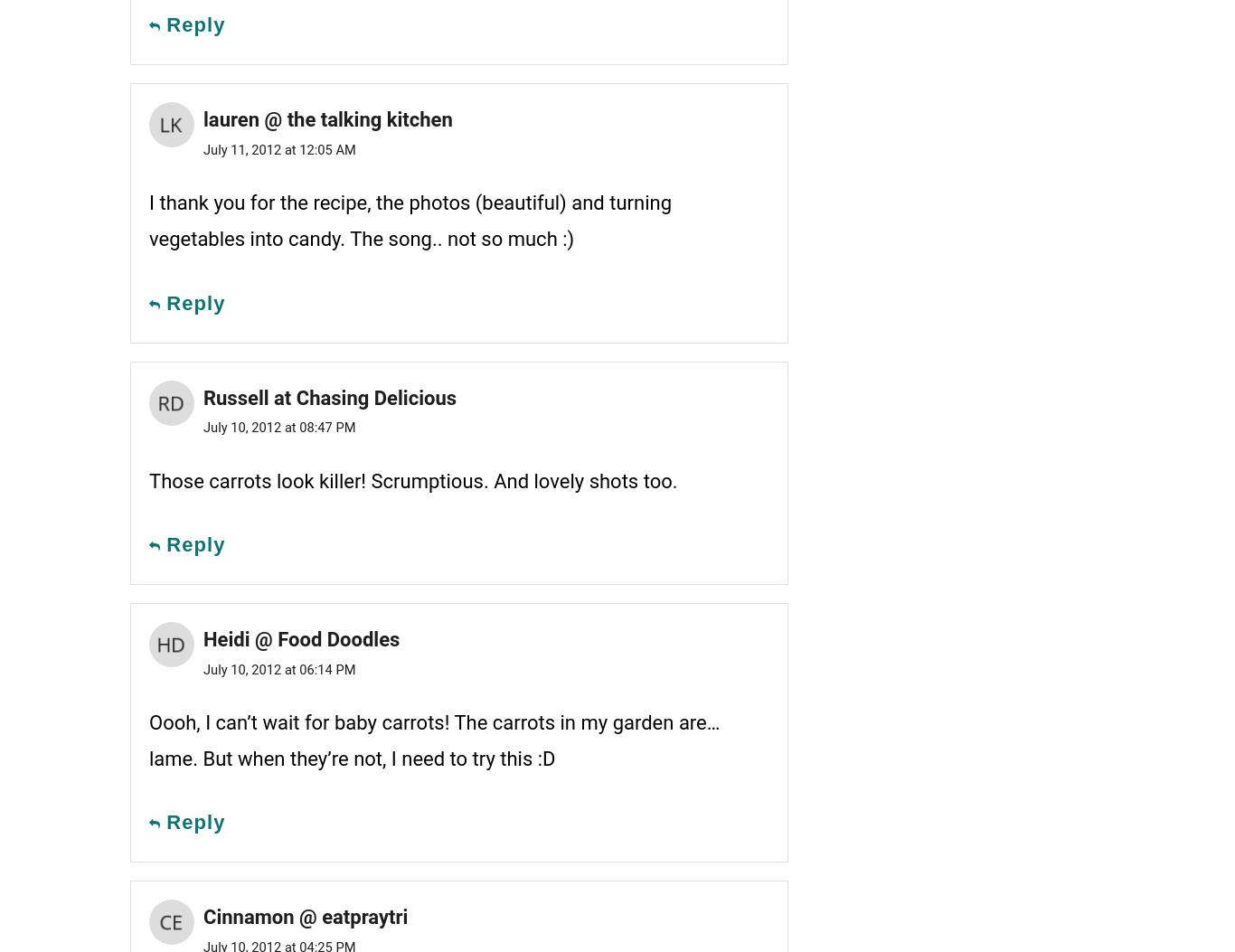 The image size is (1235, 952). I want to click on 'Heidi @ Food Doodles', so click(301, 639).